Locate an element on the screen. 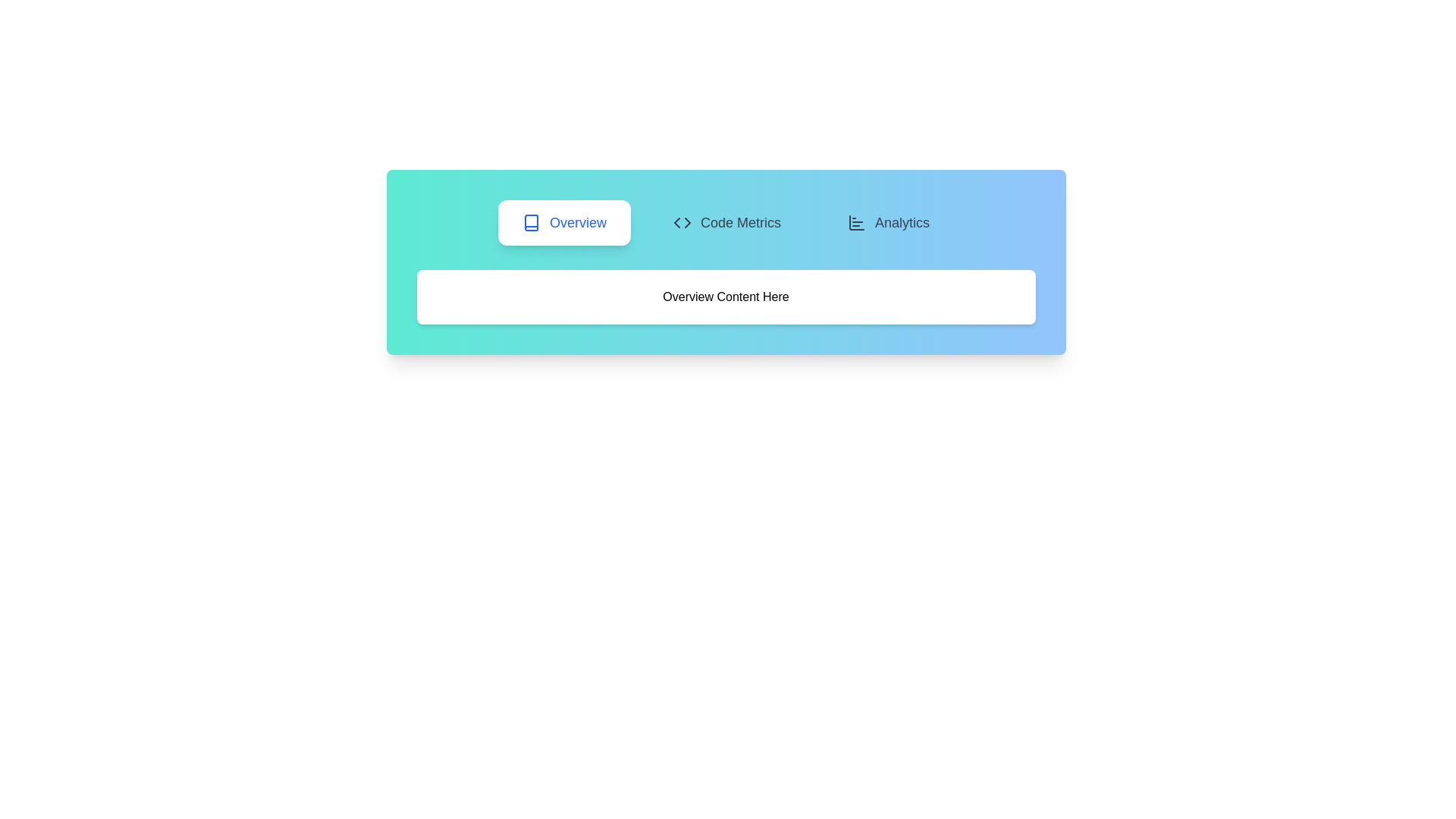 Image resolution: width=1456 pixels, height=819 pixels. the Code Metrics tab is located at coordinates (726, 222).